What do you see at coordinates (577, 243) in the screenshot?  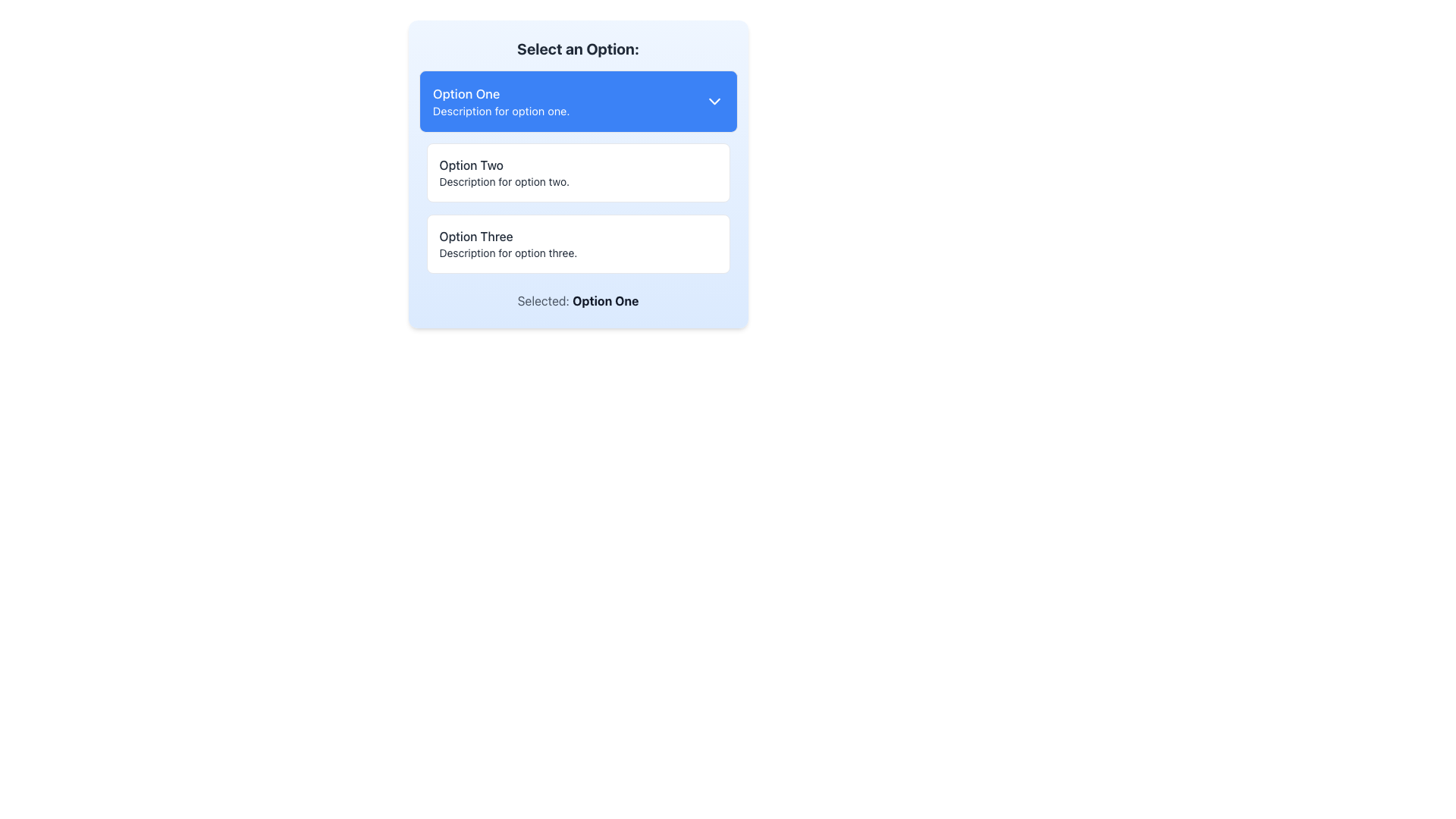 I see `the list item styled as 'Option Three' with the description 'Description for option three.'` at bounding box center [577, 243].